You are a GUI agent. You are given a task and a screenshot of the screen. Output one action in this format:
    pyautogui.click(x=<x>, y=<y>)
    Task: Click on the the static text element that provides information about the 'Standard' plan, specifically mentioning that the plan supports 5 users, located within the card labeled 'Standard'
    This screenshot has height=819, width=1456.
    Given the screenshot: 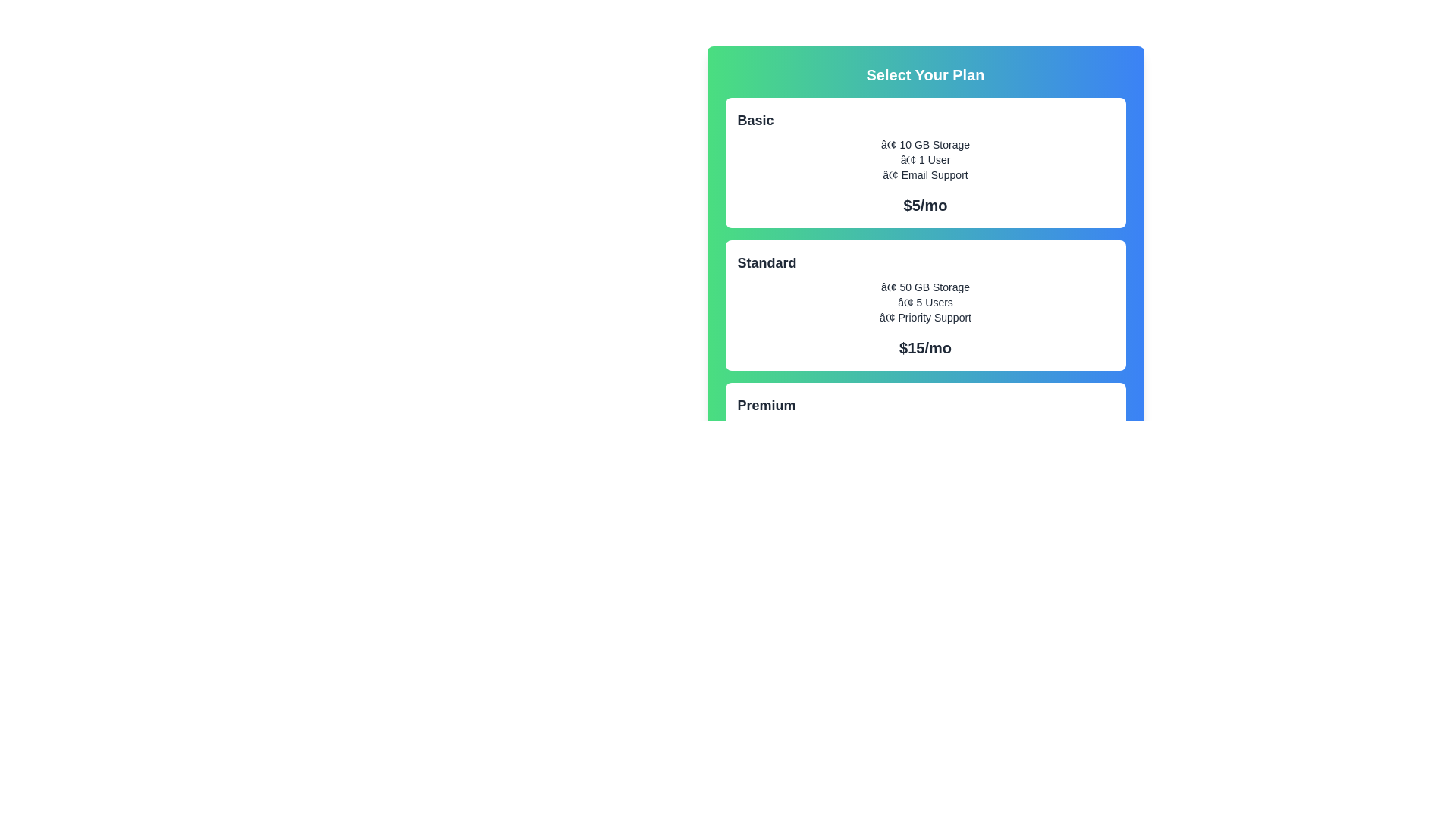 What is the action you would take?
    pyautogui.click(x=924, y=302)
    